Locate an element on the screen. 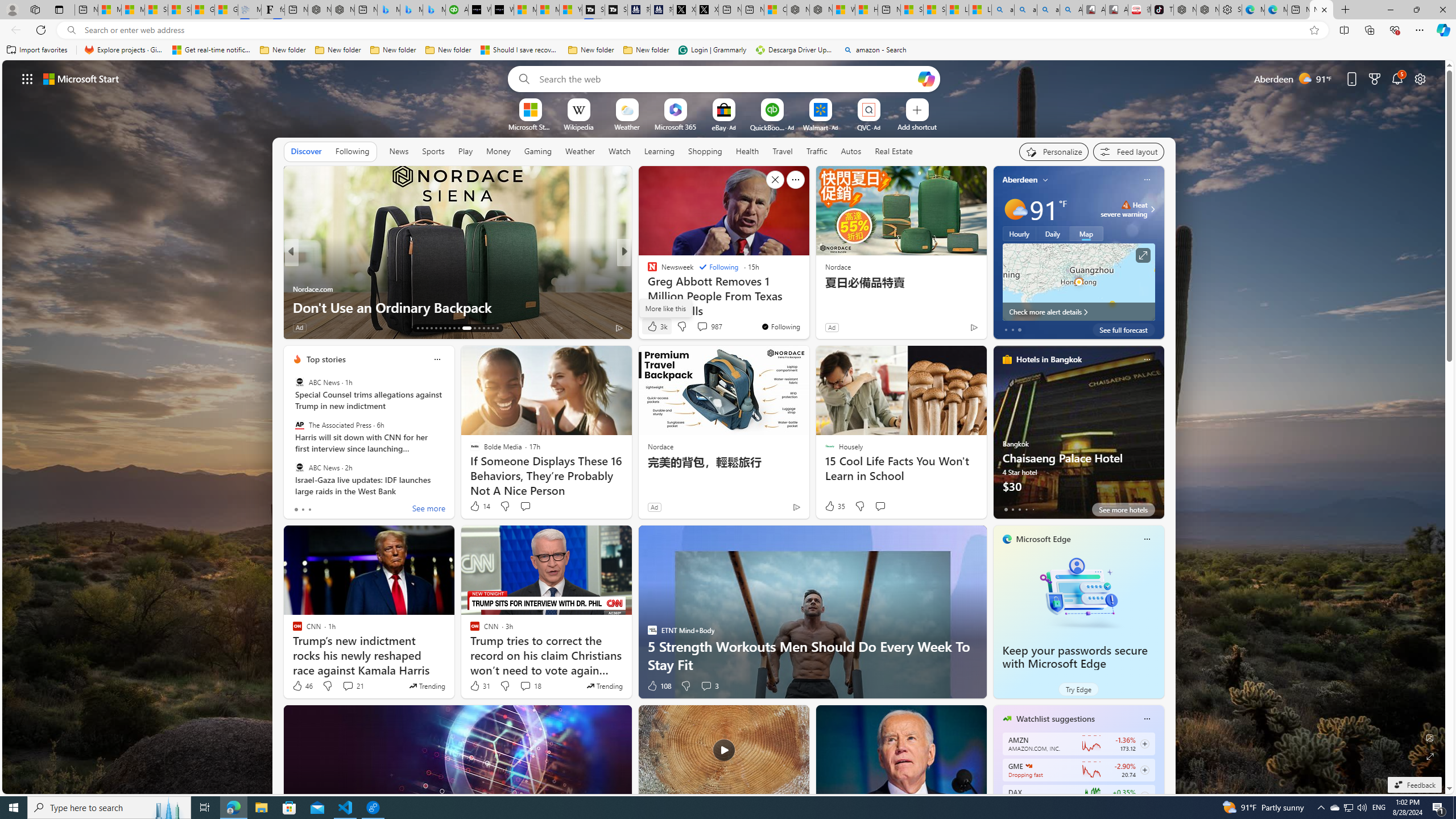 This screenshot has width=1456, height=819. 'Wikipedia' is located at coordinates (578, 126).